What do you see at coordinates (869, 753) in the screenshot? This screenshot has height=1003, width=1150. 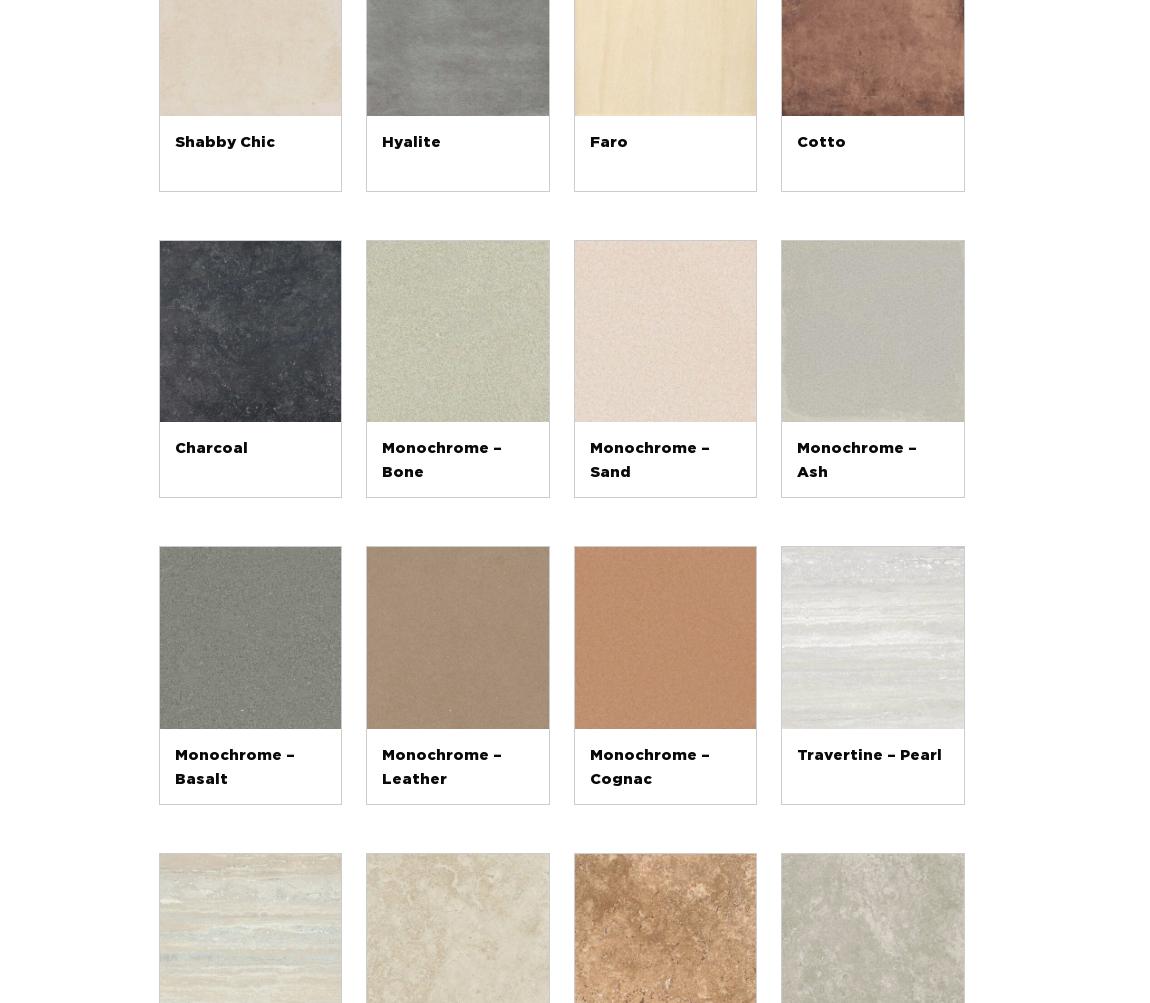 I see `'Travertine – Pearl'` at bounding box center [869, 753].